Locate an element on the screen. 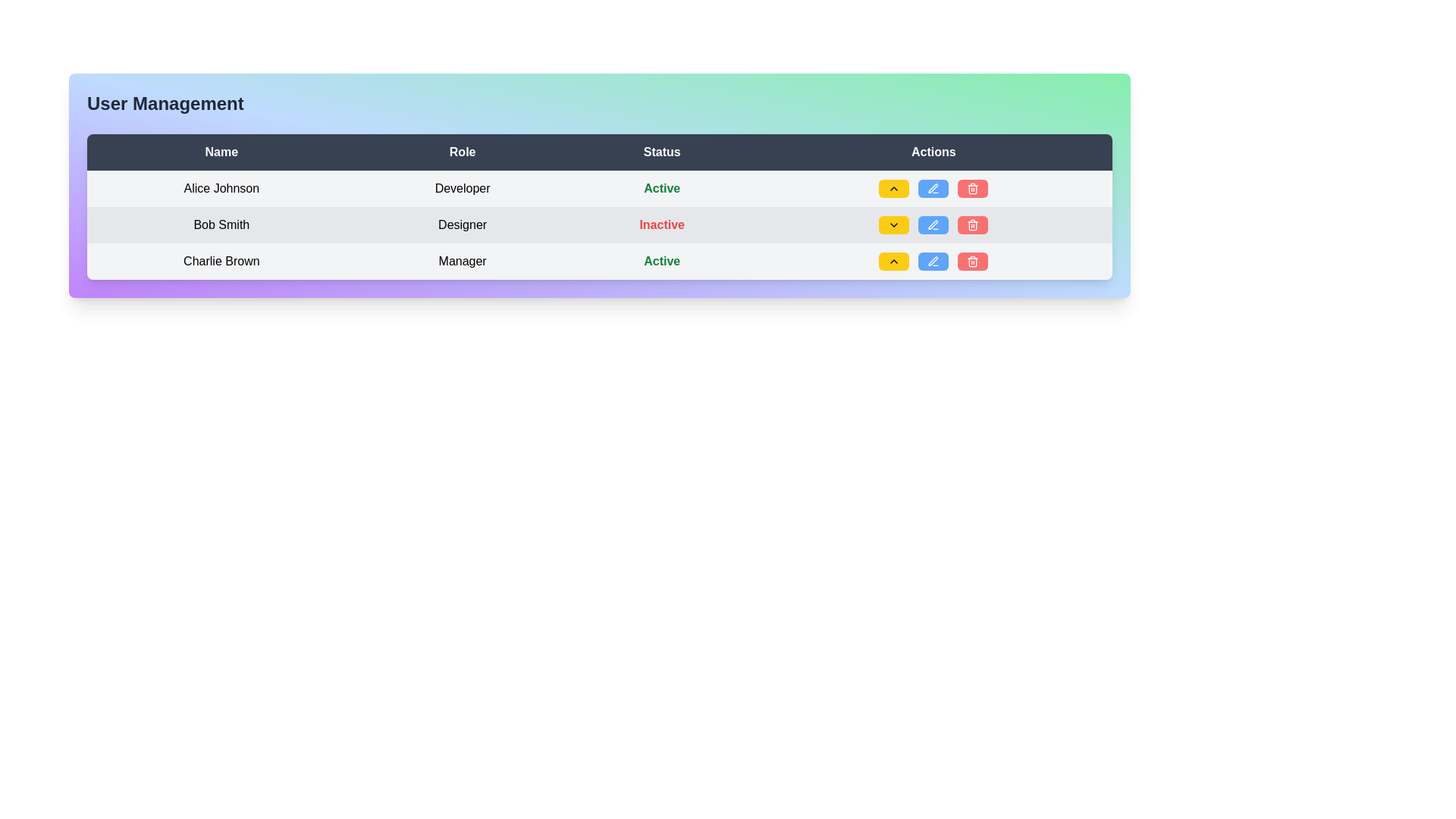 The height and width of the screenshot is (819, 1456). the edit button for the user entry 'Bob Smith', which is the second button from the left in the action button group of the table row for the user role 'Designer' and status 'Inactive' is located at coordinates (933, 225).